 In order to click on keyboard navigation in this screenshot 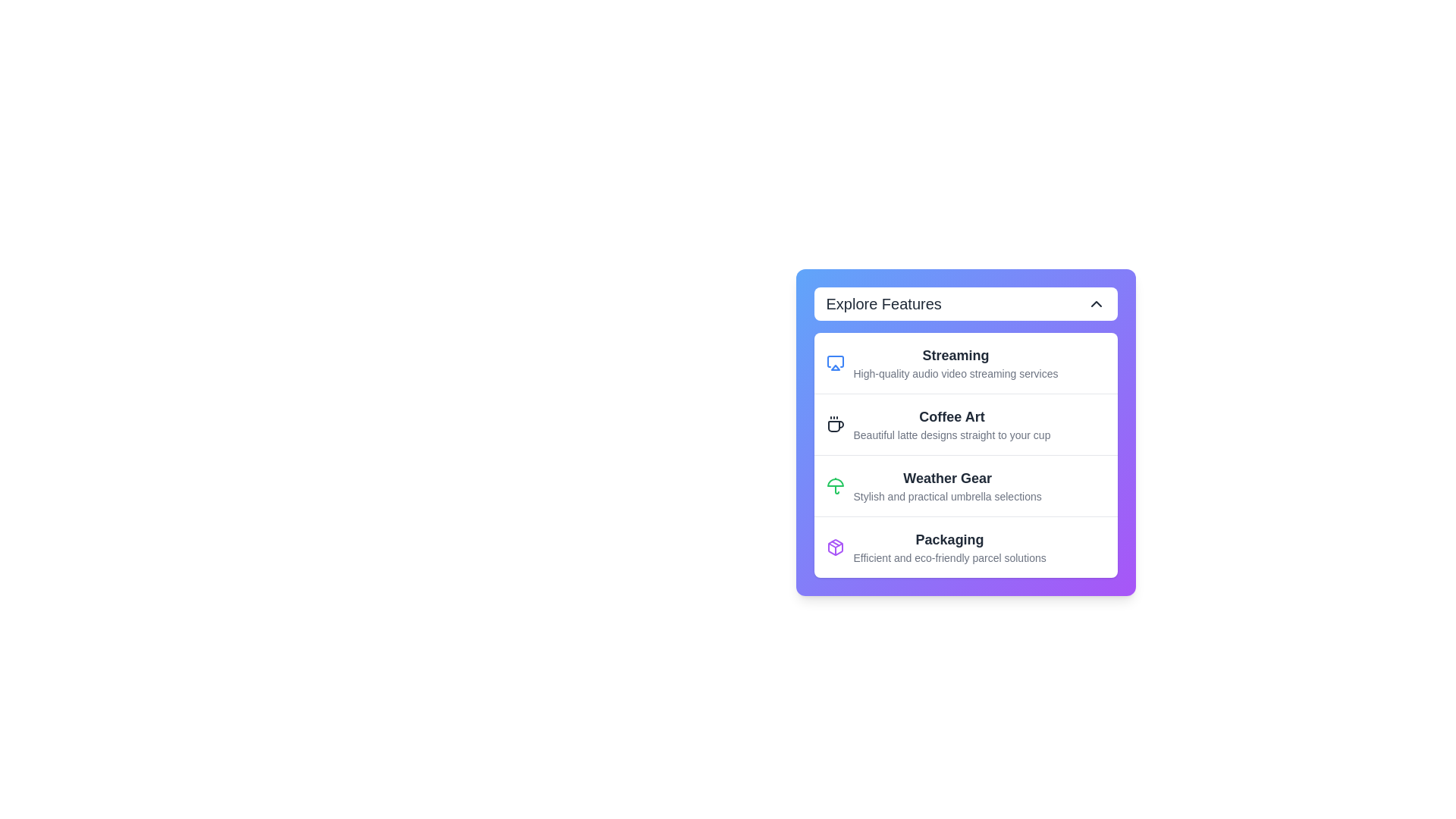, I will do `click(965, 424)`.